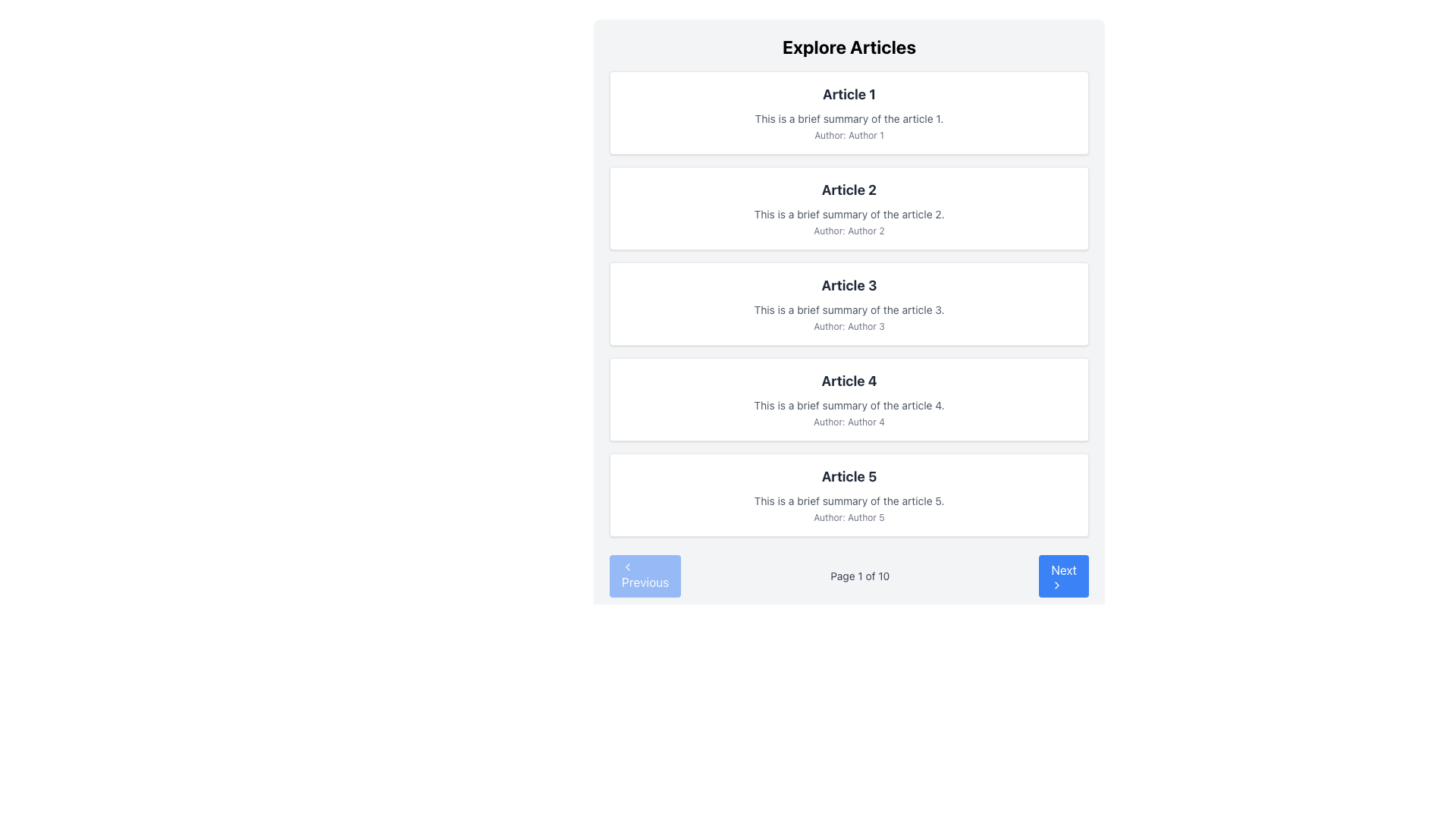  I want to click on concise summary text element located below the title 'Article 2' and above the author credit 'Author: Author 2' in the second article's content card, so click(848, 214).